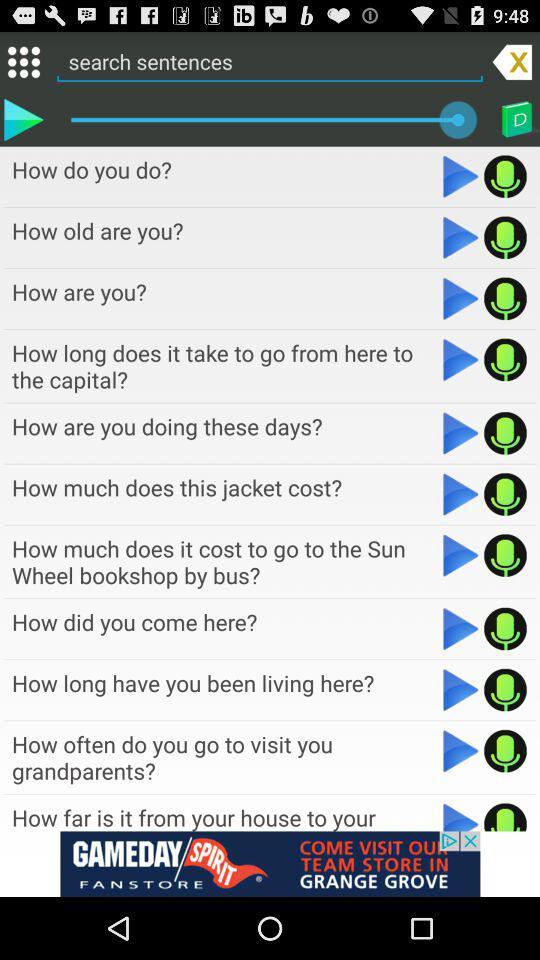  What do you see at coordinates (22, 119) in the screenshot?
I see `selected play` at bounding box center [22, 119].